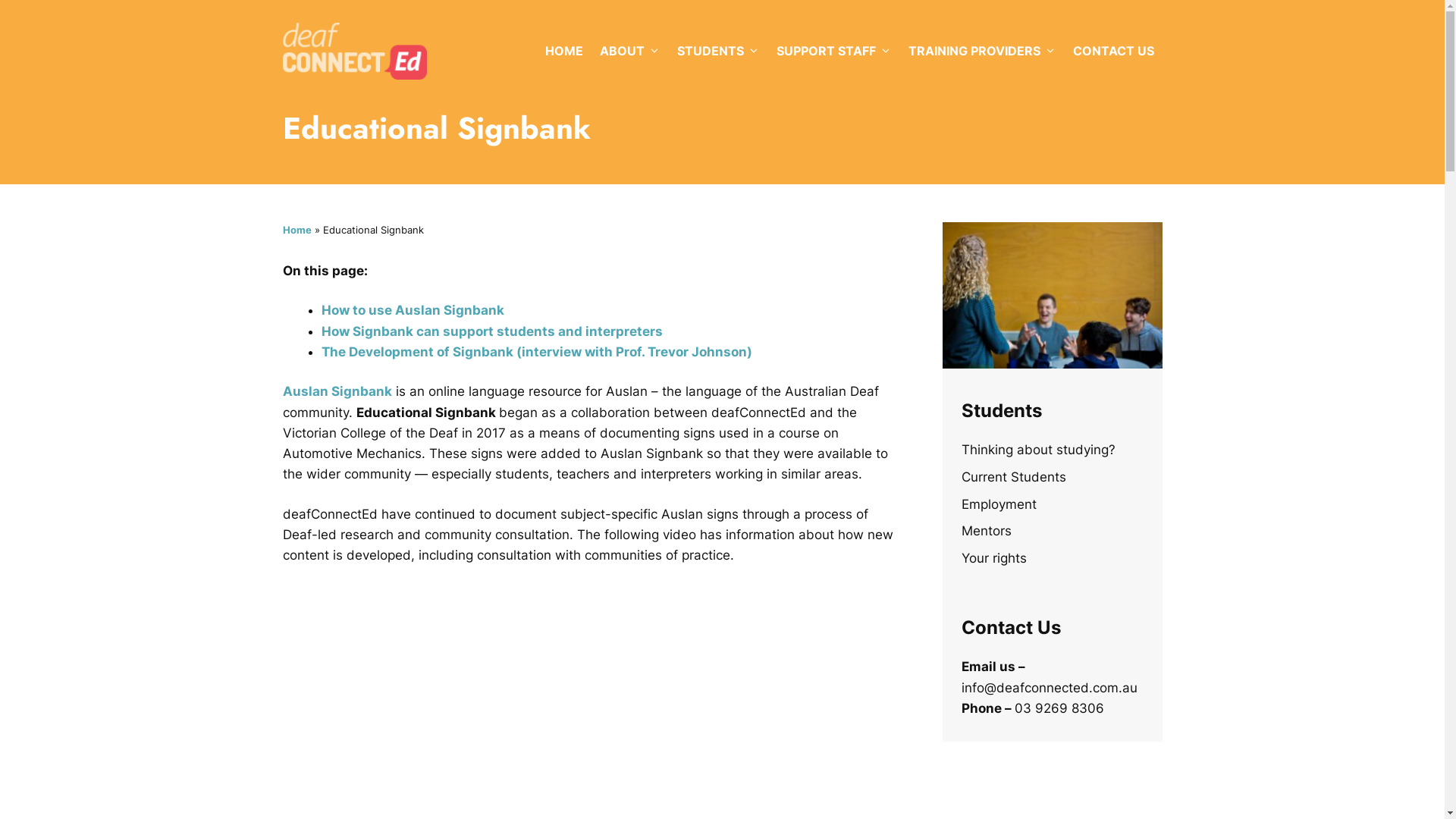 The width and height of the screenshot is (1456, 819). What do you see at coordinates (999, 504) in the screenshot?
I see `'Employment'` at bounding box center [999, 504].